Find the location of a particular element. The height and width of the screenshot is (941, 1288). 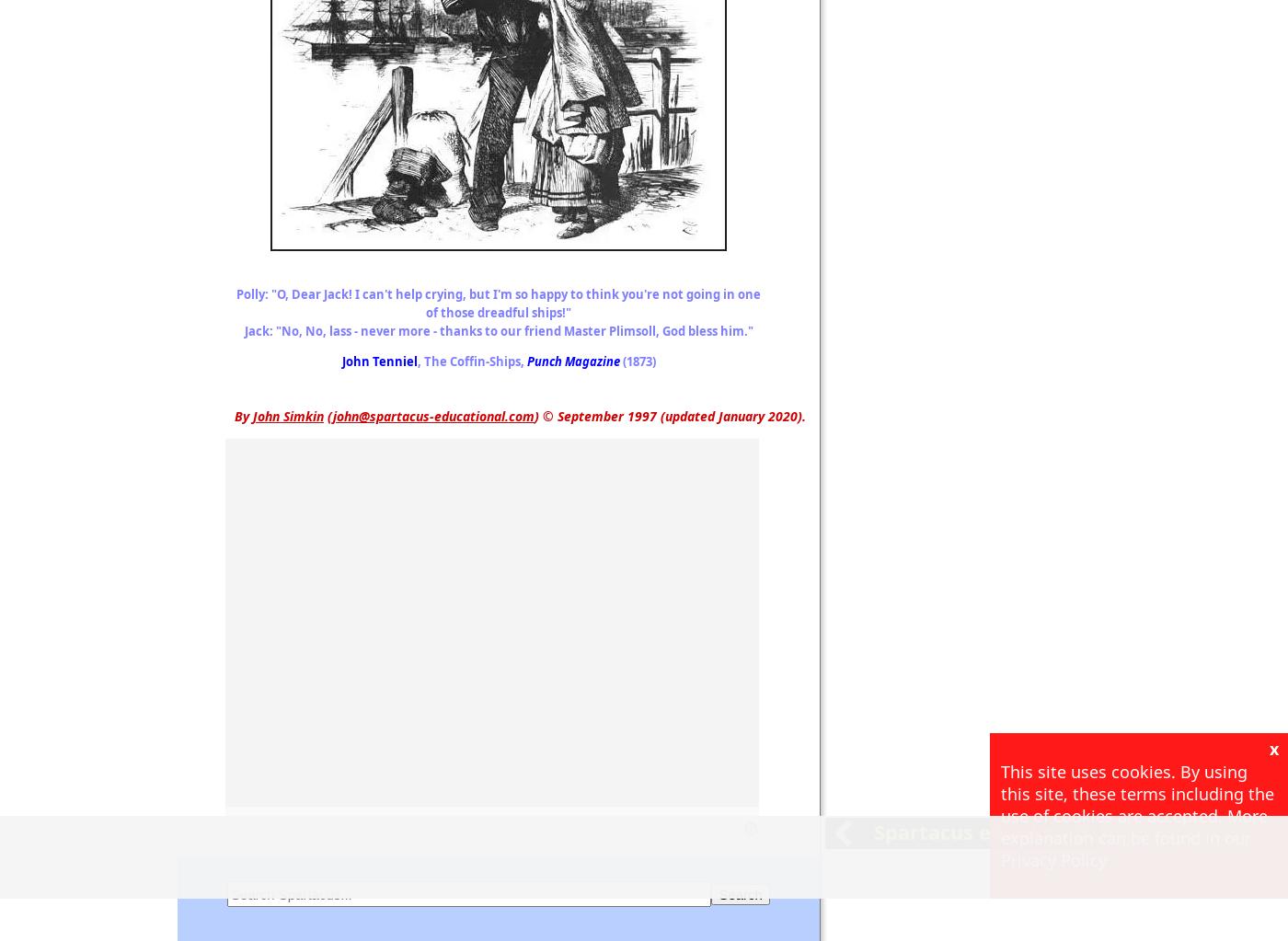

'John Simkin' is located at coordinates (288, 415).